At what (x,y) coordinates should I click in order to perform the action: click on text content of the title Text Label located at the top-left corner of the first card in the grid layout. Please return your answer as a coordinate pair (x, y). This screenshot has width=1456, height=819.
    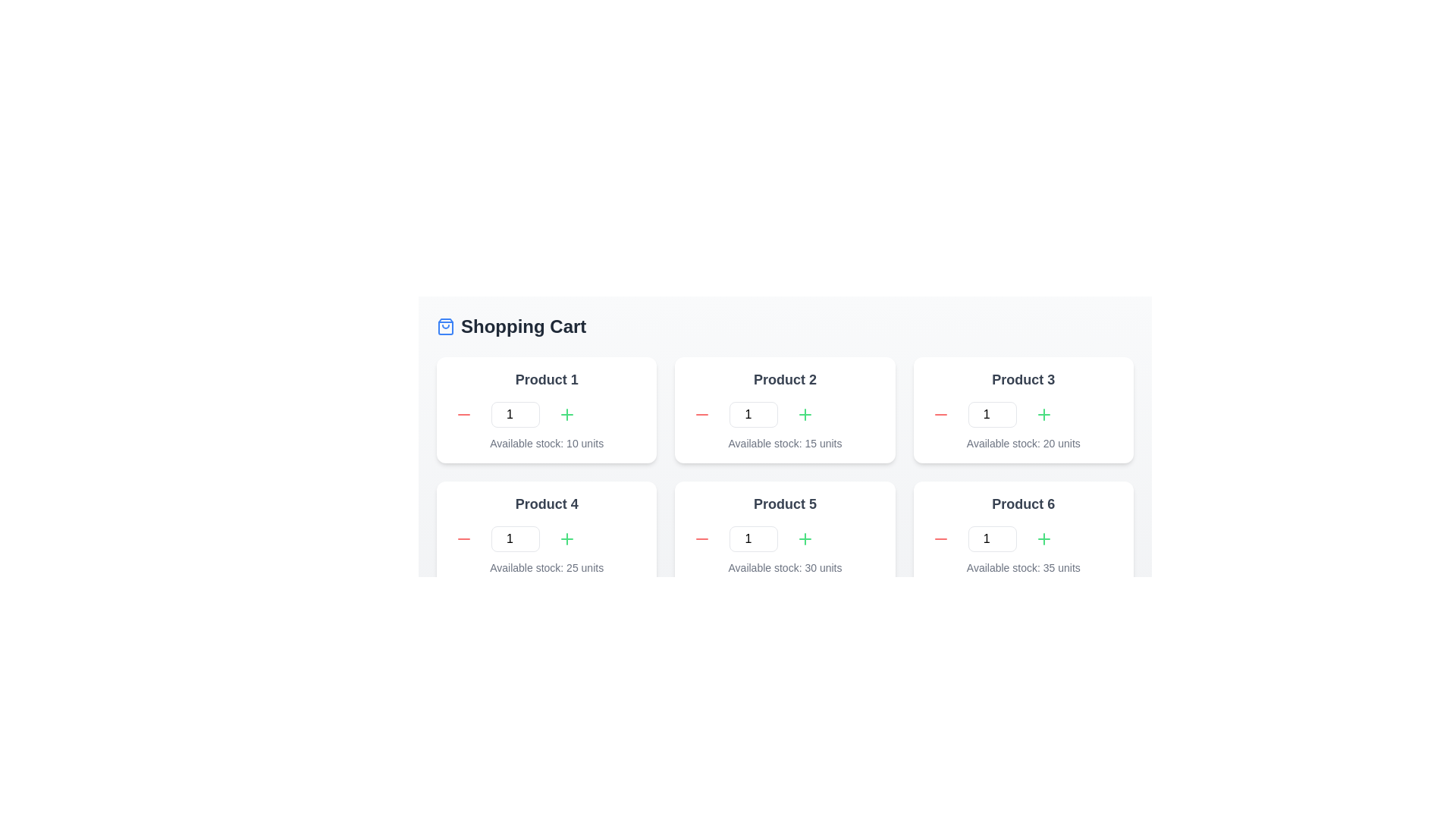
    Looking at the image, I should click on (546, 379).